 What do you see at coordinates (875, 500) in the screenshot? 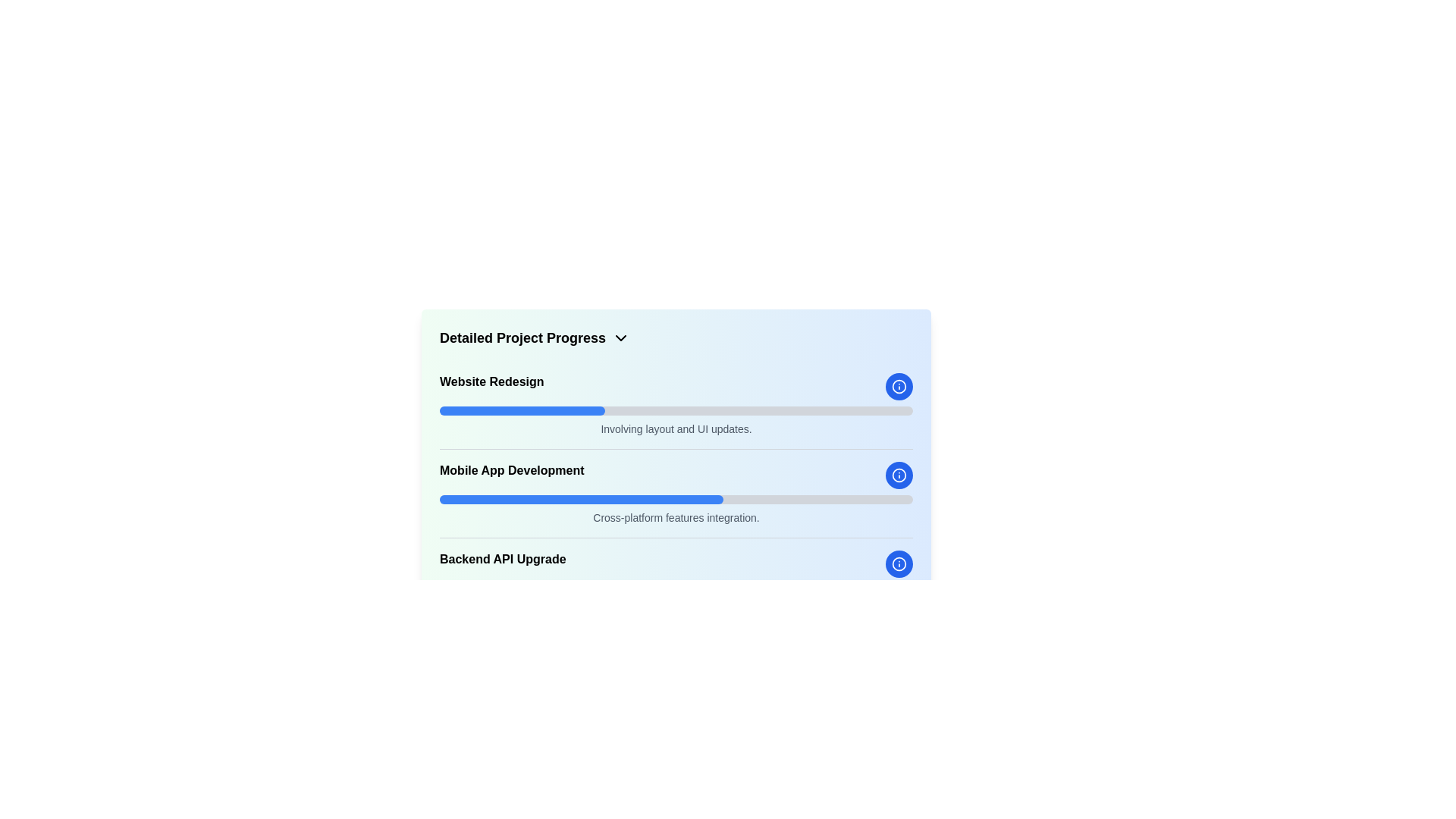
I see `progress bar value` at bounding box center [875, 500].